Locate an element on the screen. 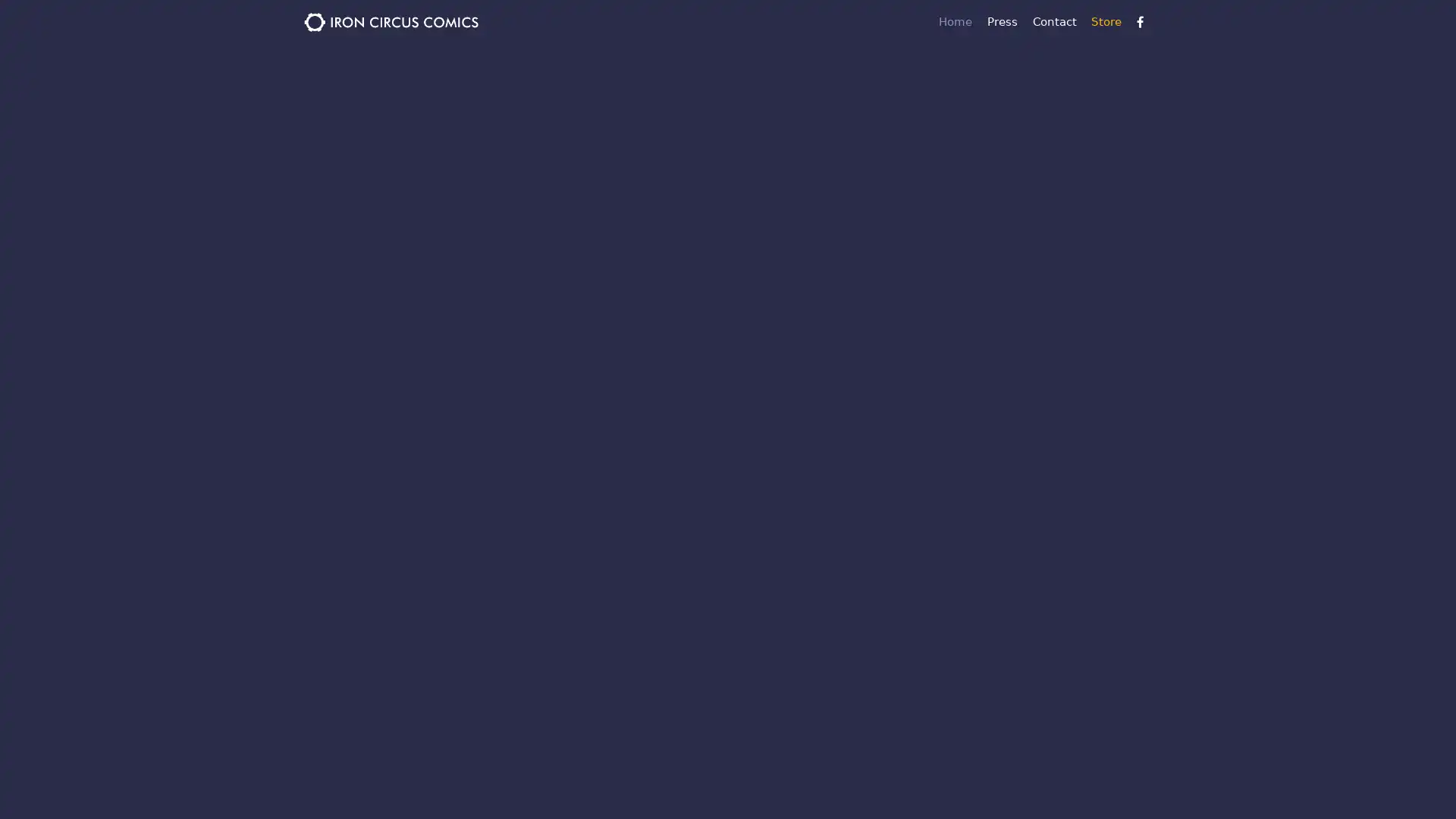 This screenshot has height=819, width=1456. Sign up! is located at coordinates (478, 493).